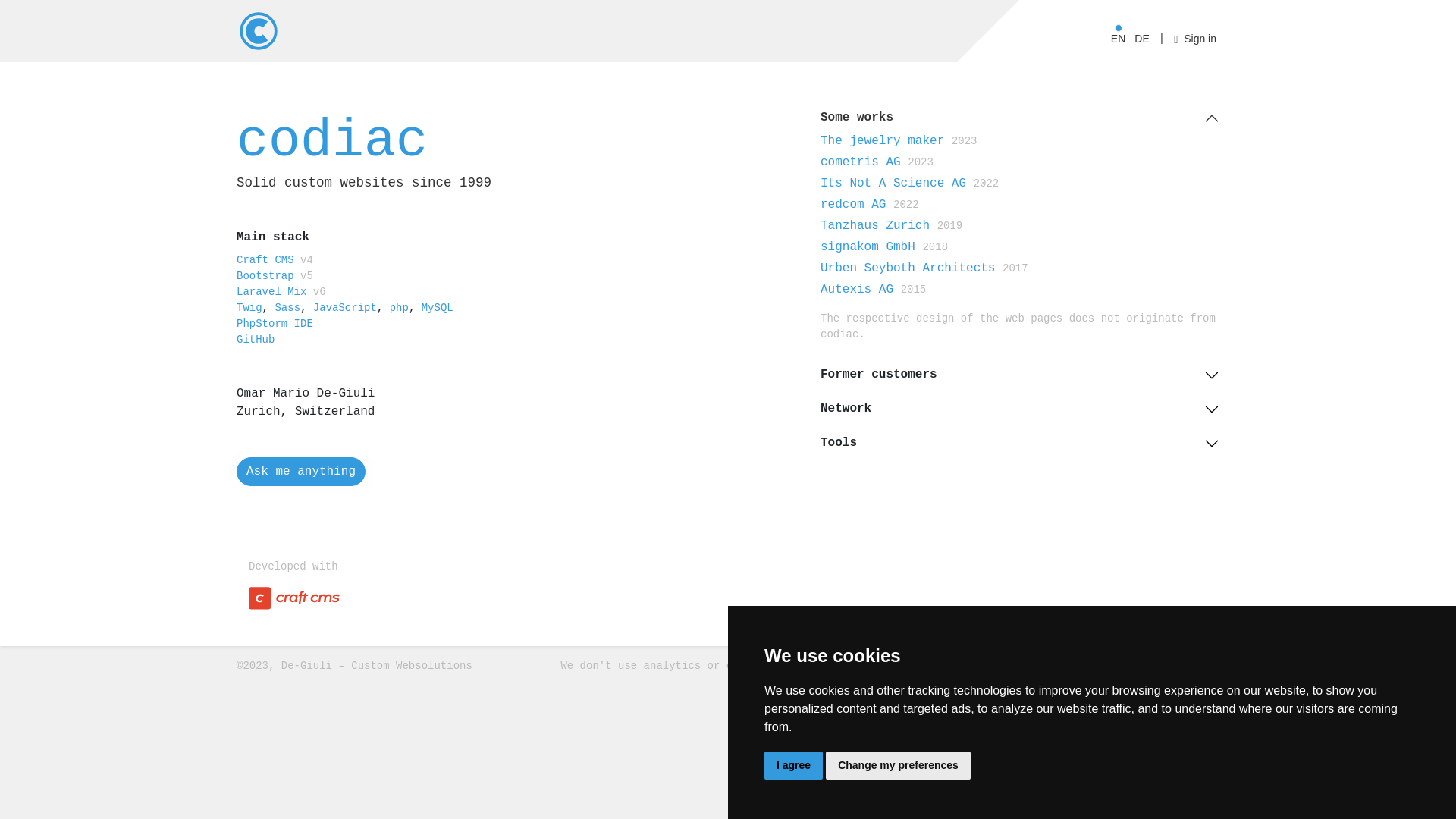 Image resolution: width=1456 pixels, height=819 pixels. I want to click on 'The jewelry maker', so click(882, 140).